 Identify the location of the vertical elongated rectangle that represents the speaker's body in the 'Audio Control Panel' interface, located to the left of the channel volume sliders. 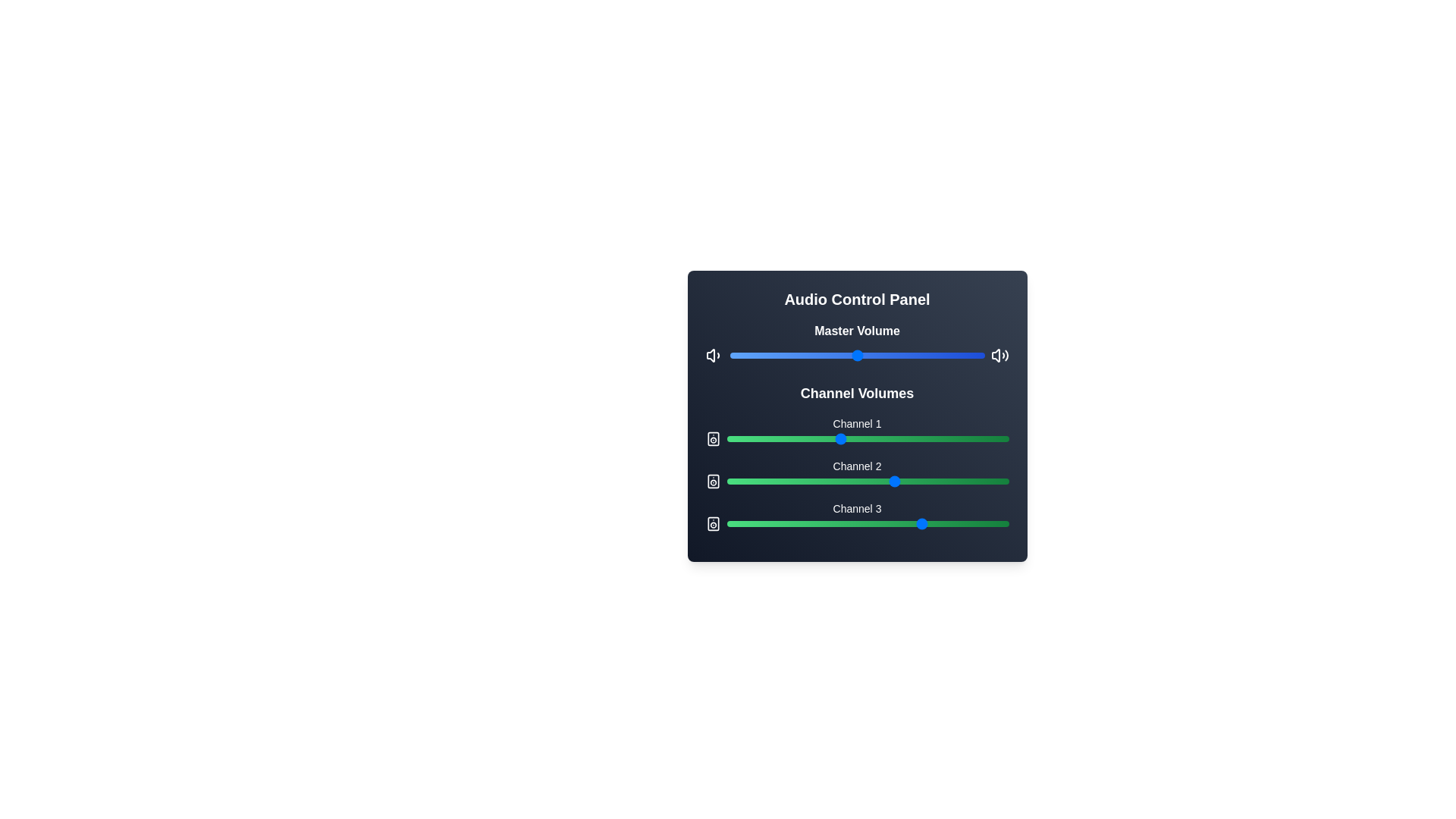
(712, 438).